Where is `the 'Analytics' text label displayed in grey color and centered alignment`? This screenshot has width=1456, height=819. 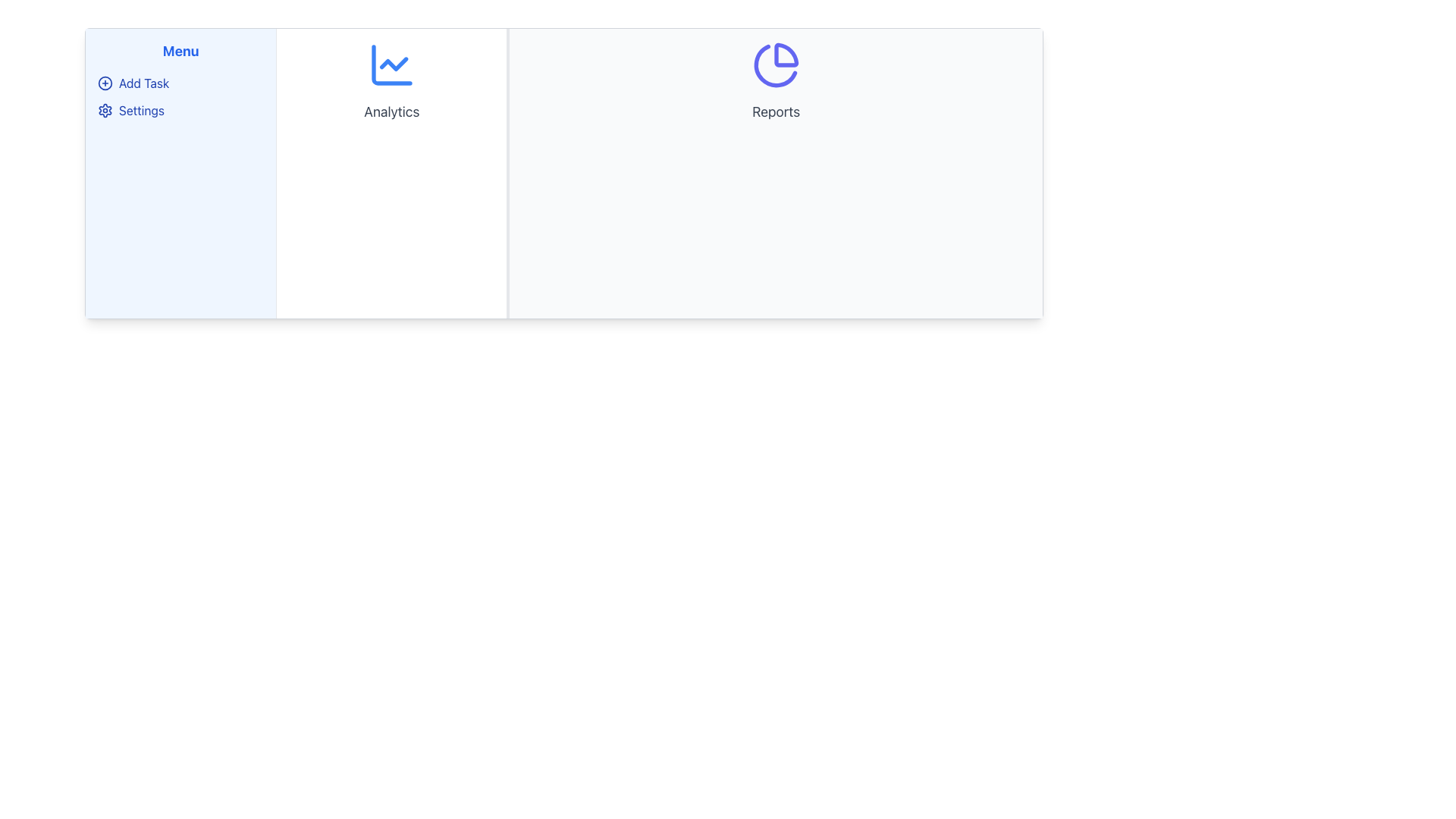
the 'Analytics' text label displayed in grey color and centered alignment is located at coordinates (391, 111).